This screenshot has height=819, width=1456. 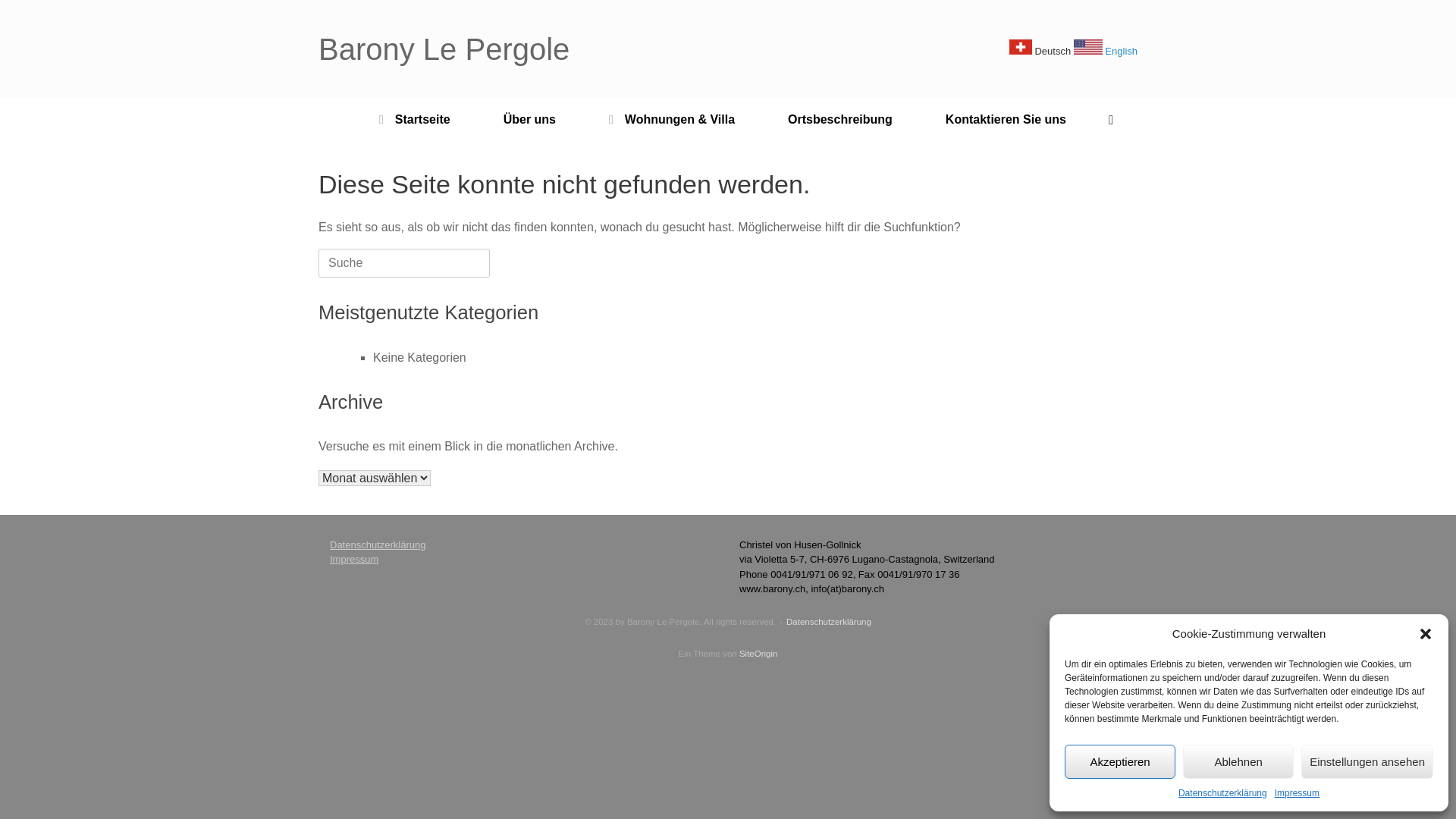 I want to click on 'Einstellungen ansehen', so click(x=1367, y=761).